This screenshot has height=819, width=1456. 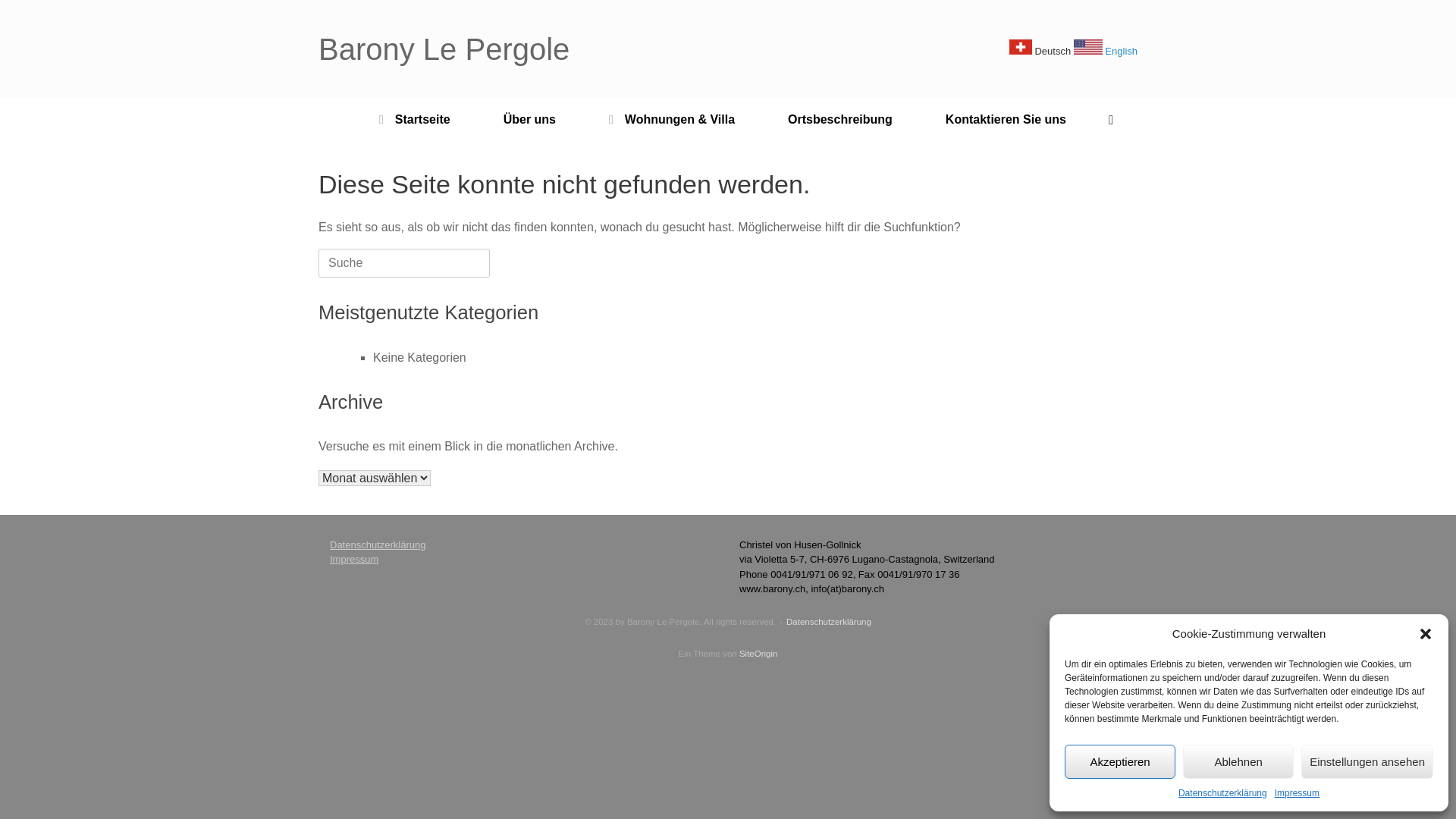 I want to click on 'Einstellungen ansehen', so click(x=1367, y=761).